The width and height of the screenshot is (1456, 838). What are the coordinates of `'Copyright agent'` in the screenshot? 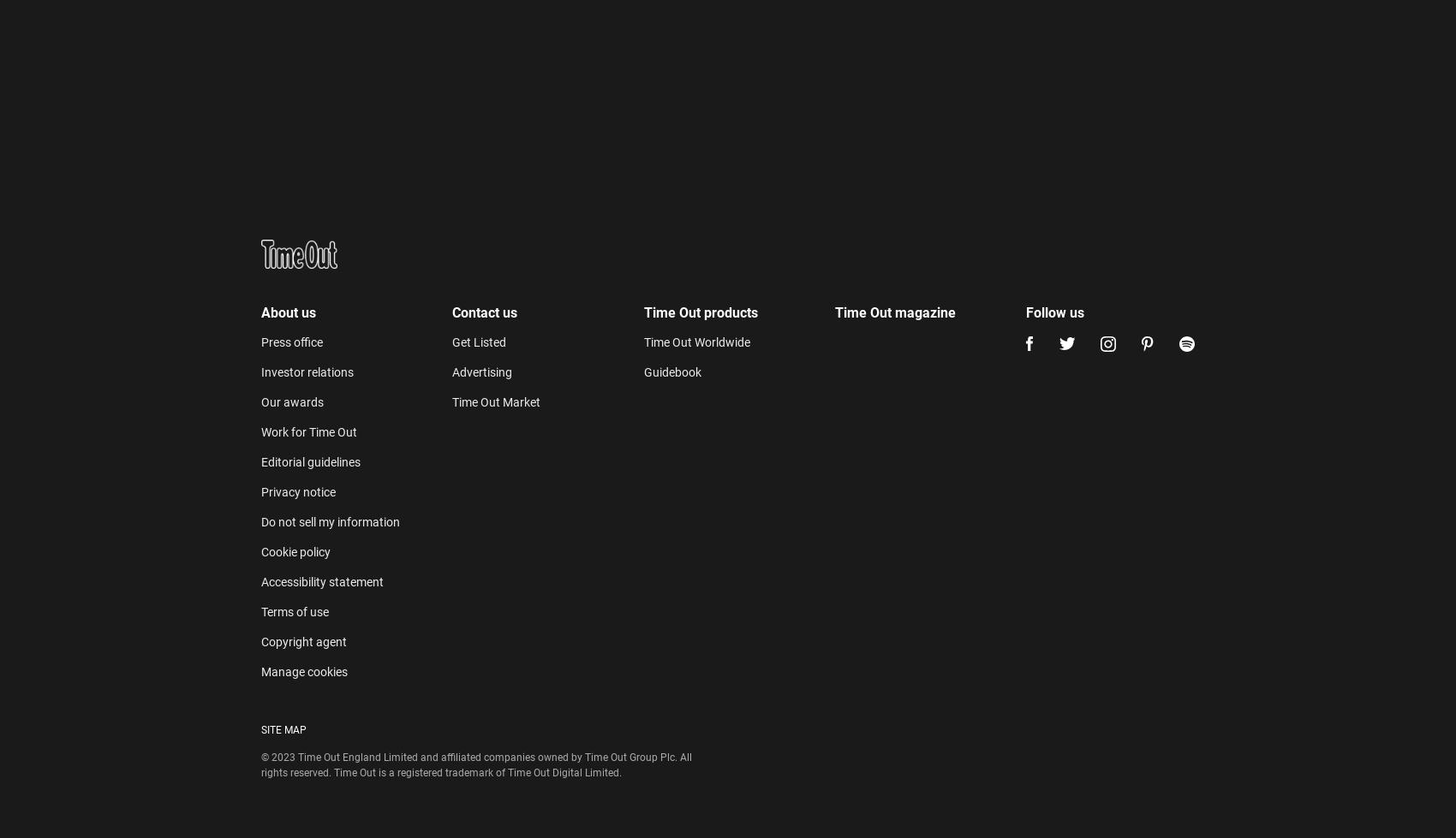 It's located at (302, 263).